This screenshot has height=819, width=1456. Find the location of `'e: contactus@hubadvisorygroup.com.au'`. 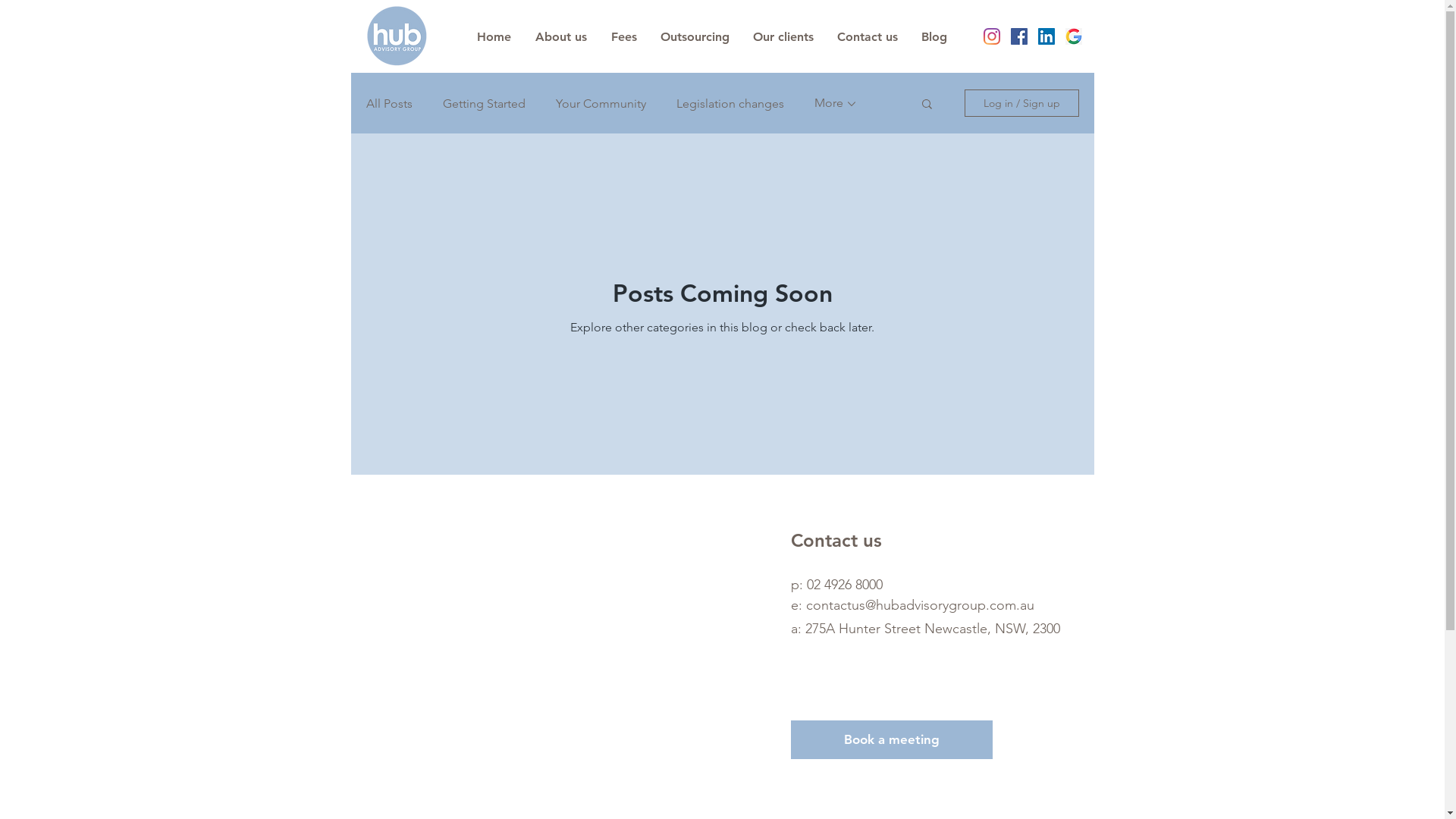

'e: contactus@hubadvisorygroup.com.au' is located at coordinates (911, 604).